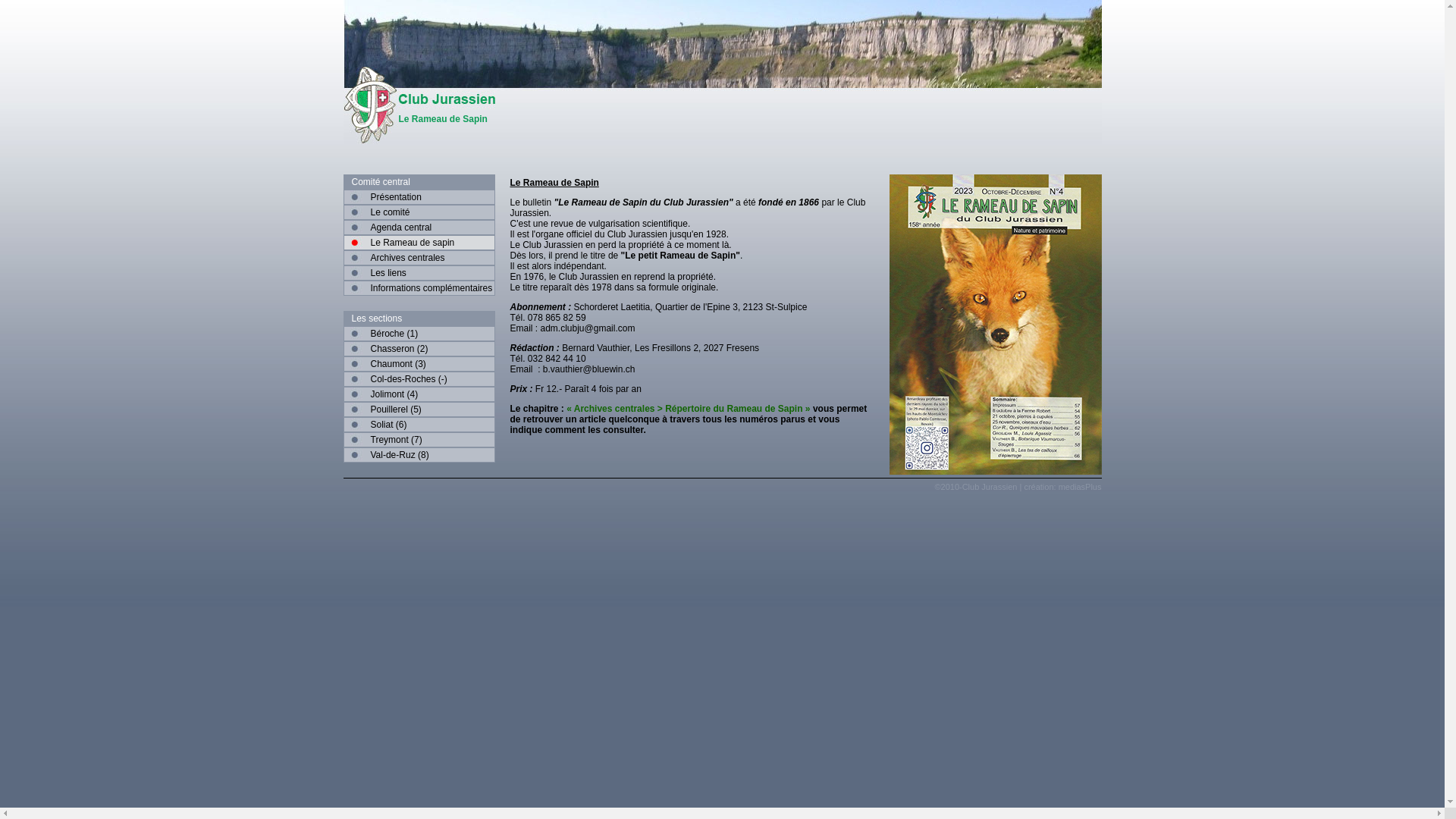 This screenshot has width=1456, height=819. Describe the element at coordinates (419, 454) in the screenshot. I see `'Val-de-Ruz (8)'` at that location.